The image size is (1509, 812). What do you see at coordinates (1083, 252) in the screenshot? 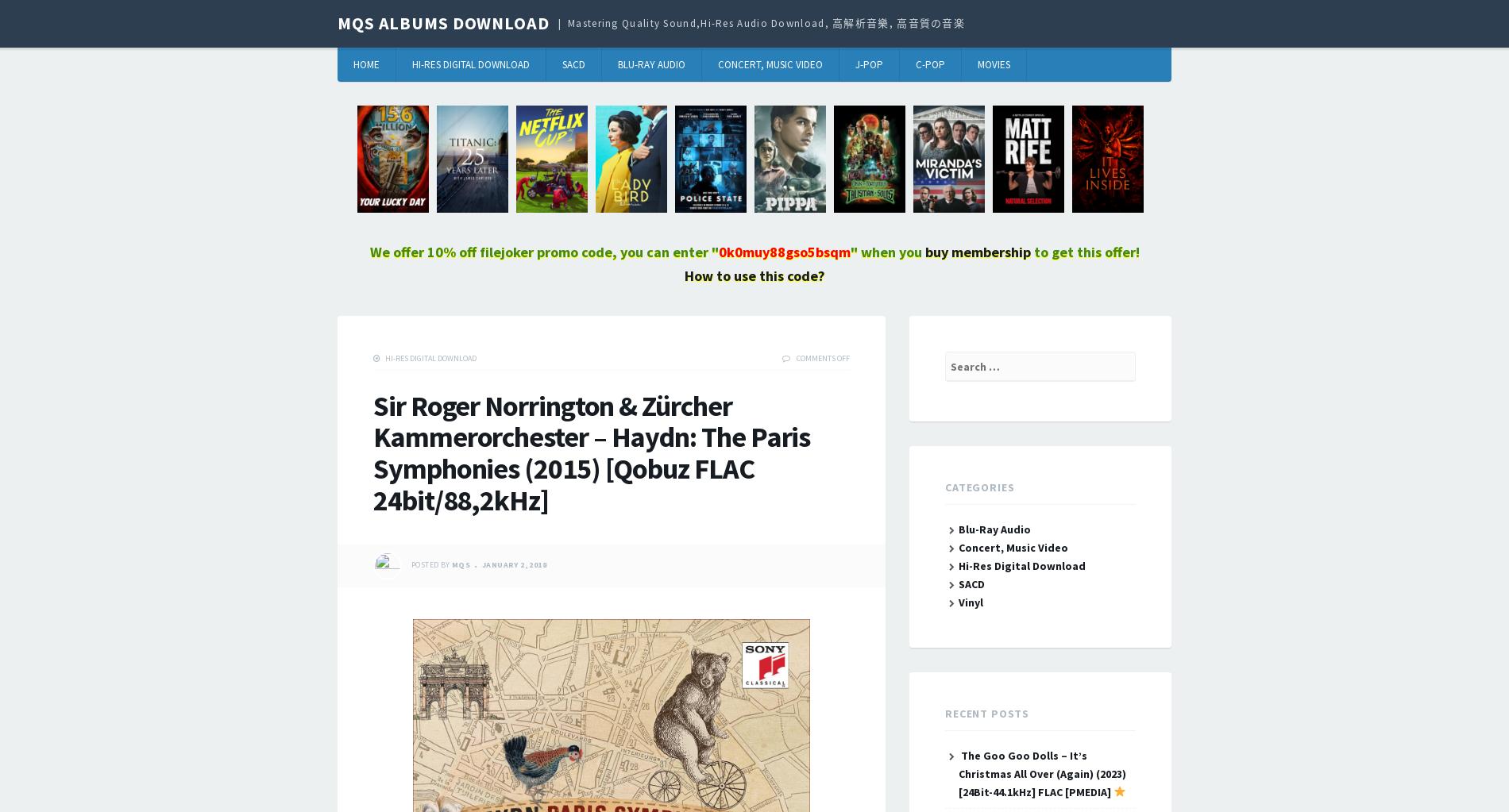
I see `'to get this offer!'` at bounding box center [1083, 252].